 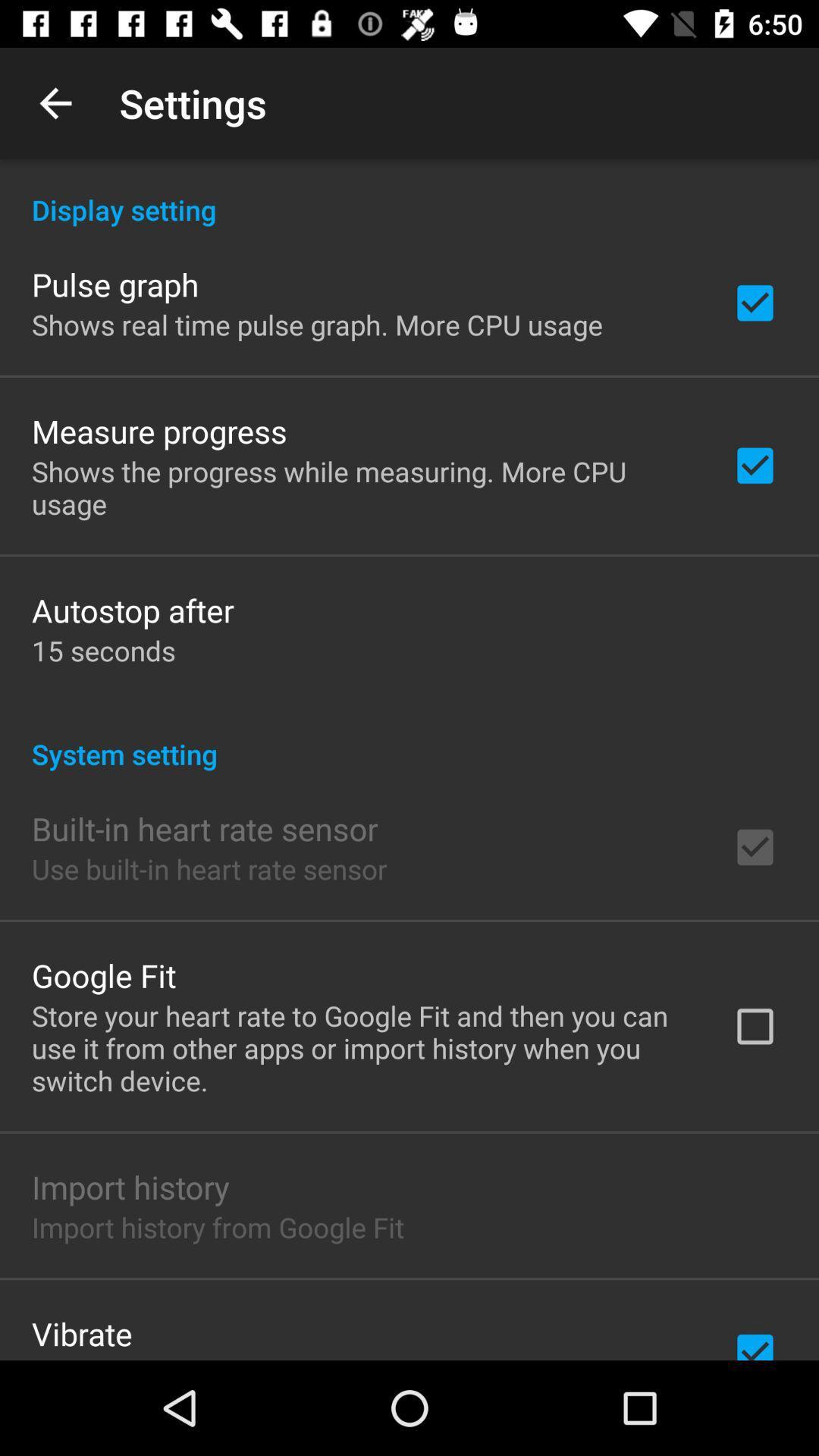 I want to click on icon to the left of the settings app, so click(x=55, y=102).